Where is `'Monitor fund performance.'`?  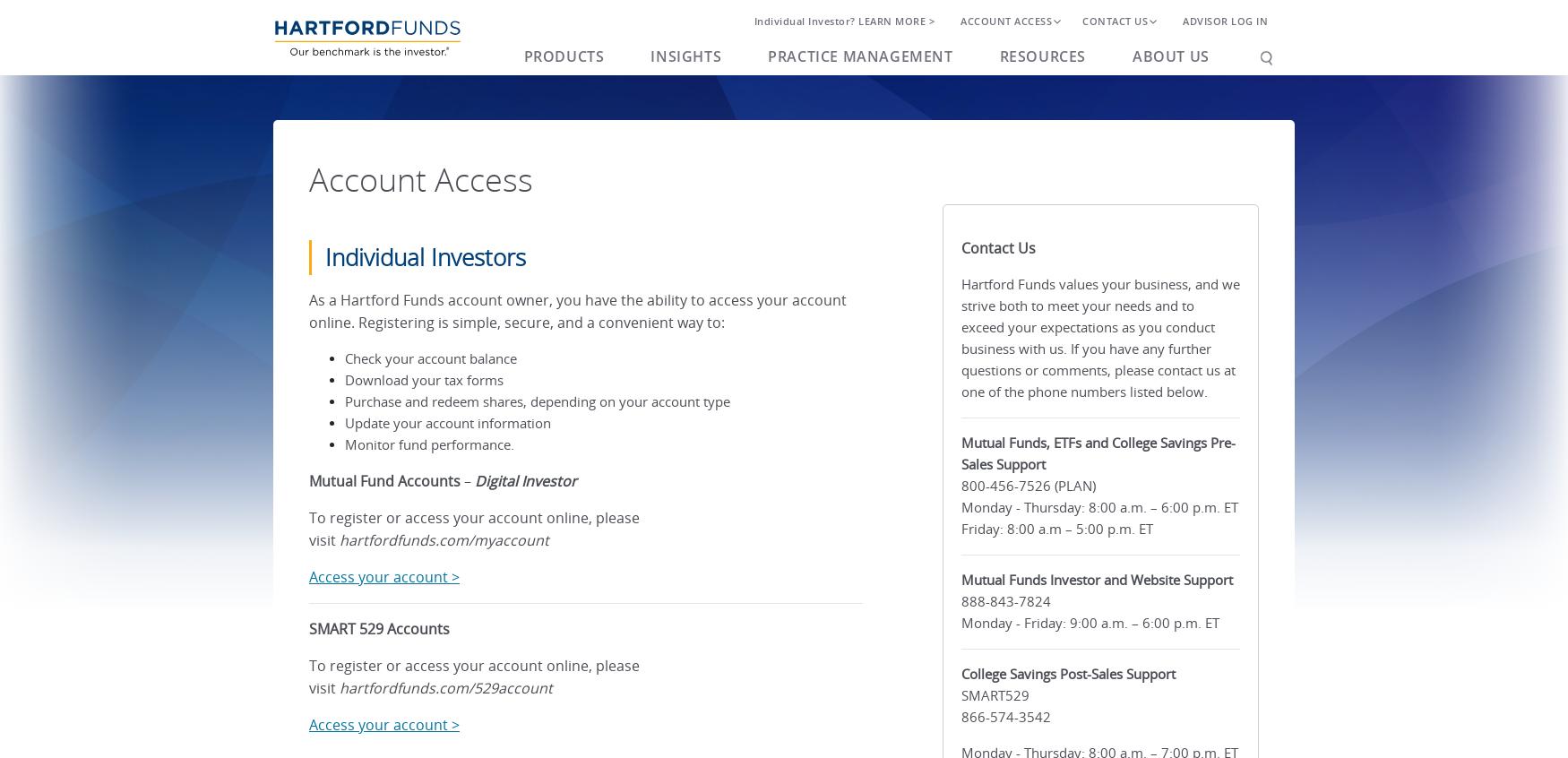
'Monitor fund performance.' is located at coordinates (429, 444).